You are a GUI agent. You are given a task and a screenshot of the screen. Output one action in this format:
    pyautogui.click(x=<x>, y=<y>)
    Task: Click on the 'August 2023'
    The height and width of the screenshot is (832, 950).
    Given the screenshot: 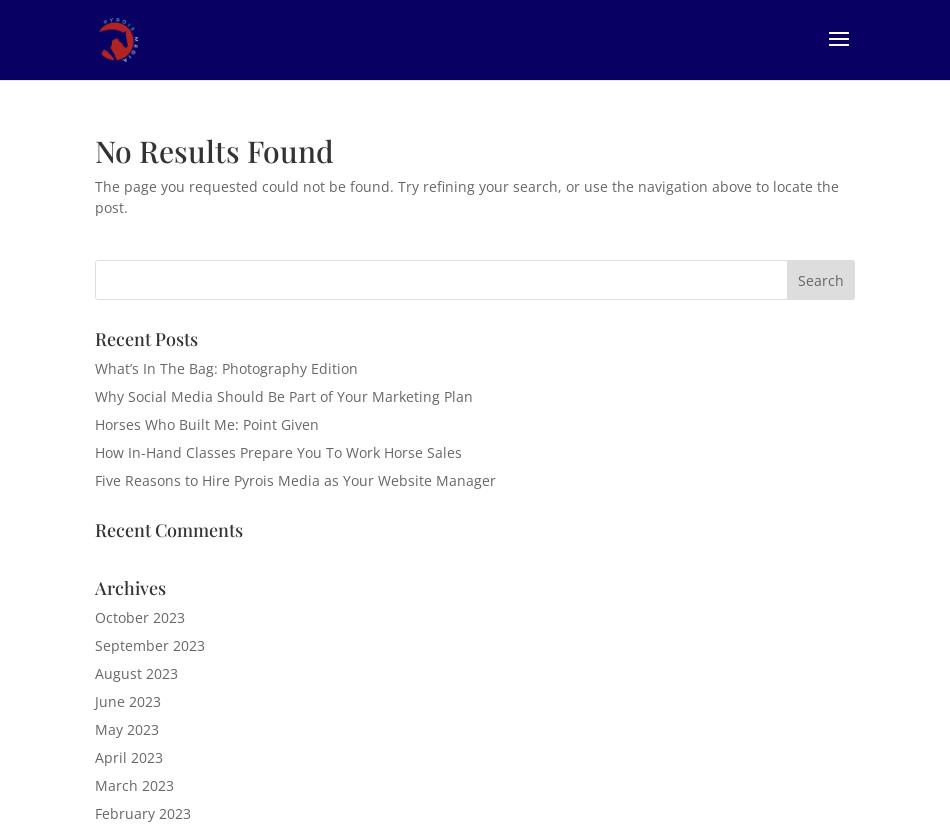 What is the action you would take?
    pyautogui.click(x=136, y=673)
    